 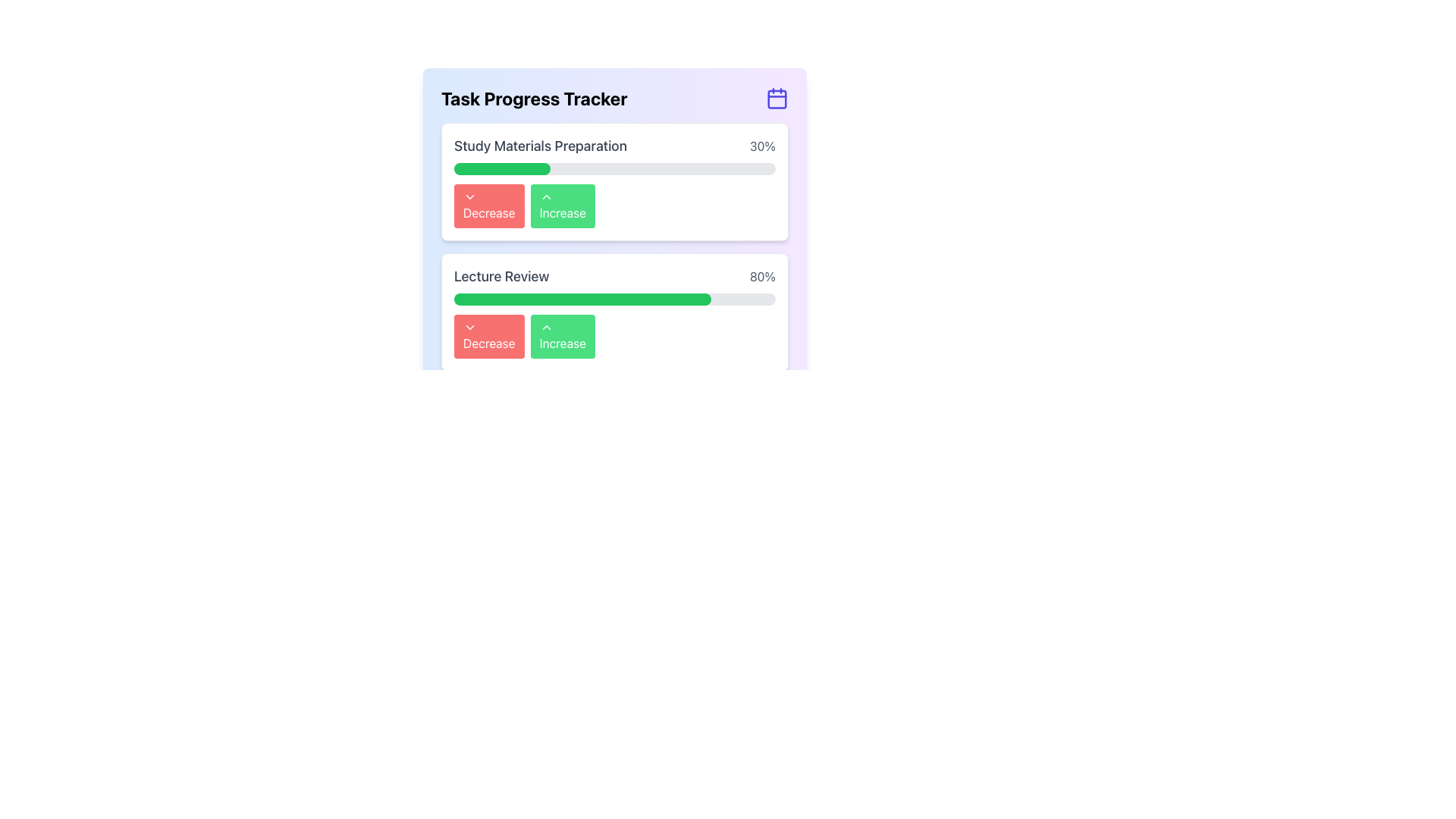 What do you see at coordinates (540, 146) in the screenshot?
I see `the static text label for 'Study Materials Preparation', which is located below the title 'Task Progress Tracker' and aligned to the left` at bounding box center [540, 146].